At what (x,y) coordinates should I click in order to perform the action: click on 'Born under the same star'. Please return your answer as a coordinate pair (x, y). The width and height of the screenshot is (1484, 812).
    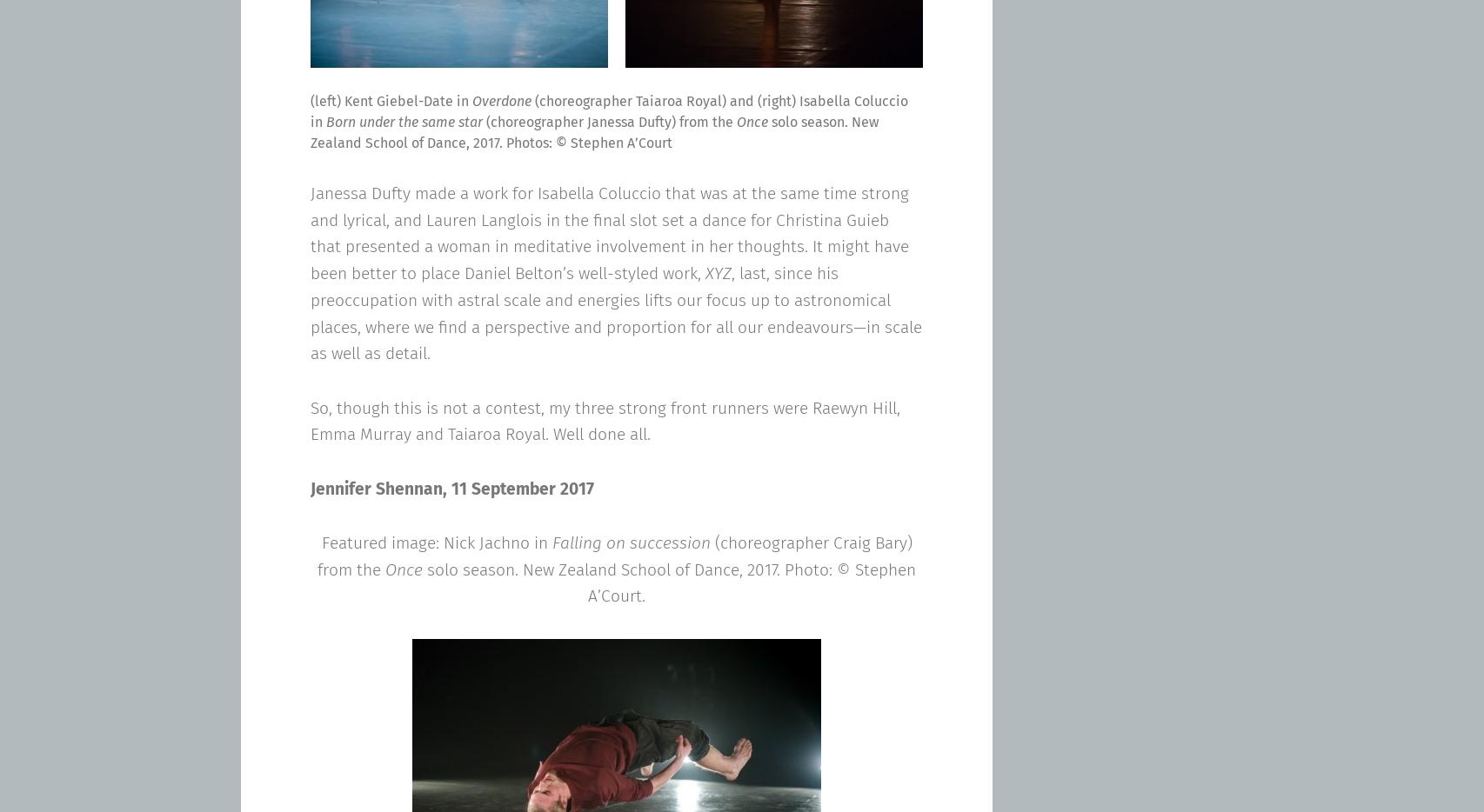
    Looking at the image, I should click on (404, 123).